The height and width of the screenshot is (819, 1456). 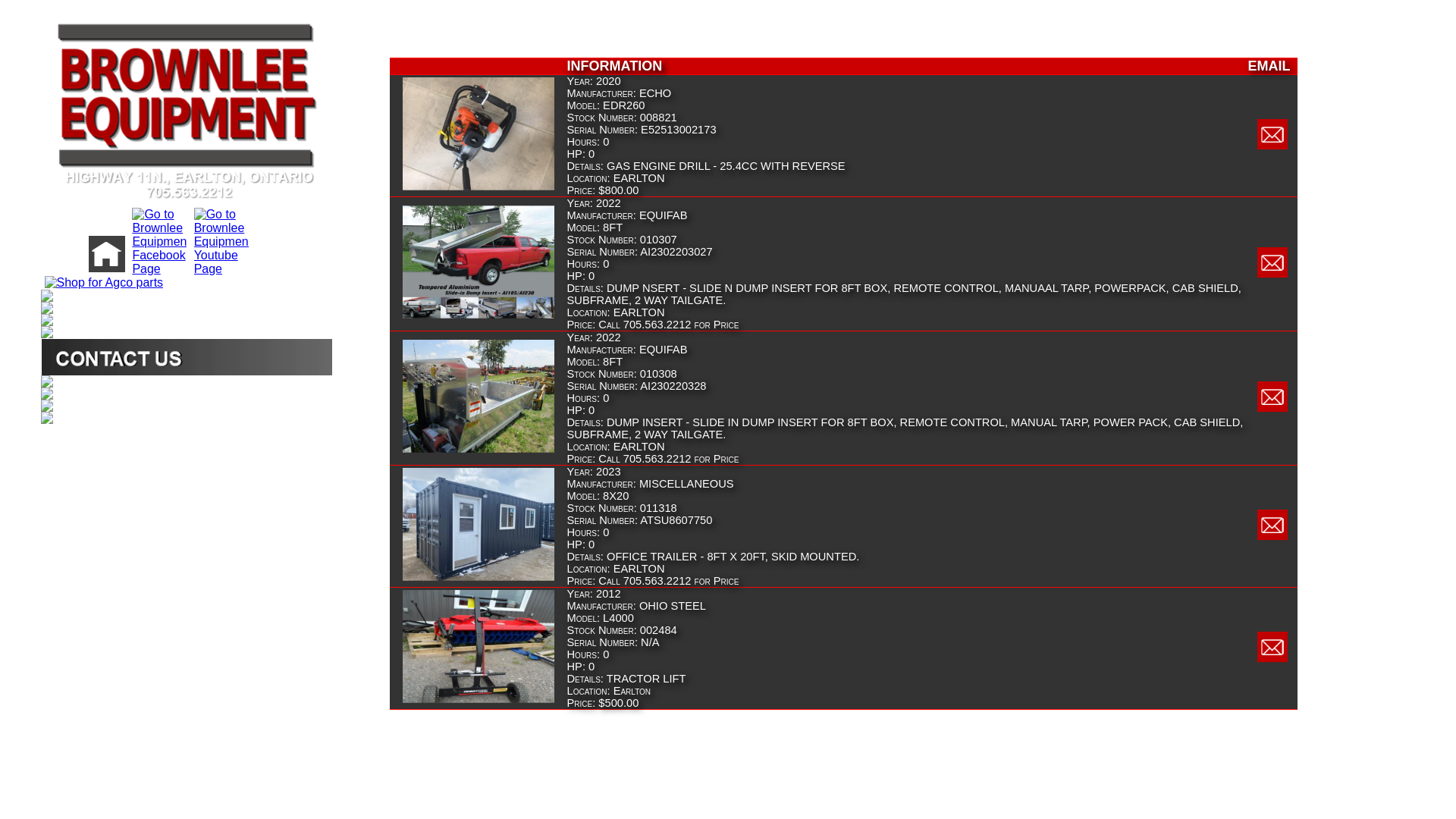 I want to click on 'Brownlee Equipment Facebook Page', so click(x=158, y=268).